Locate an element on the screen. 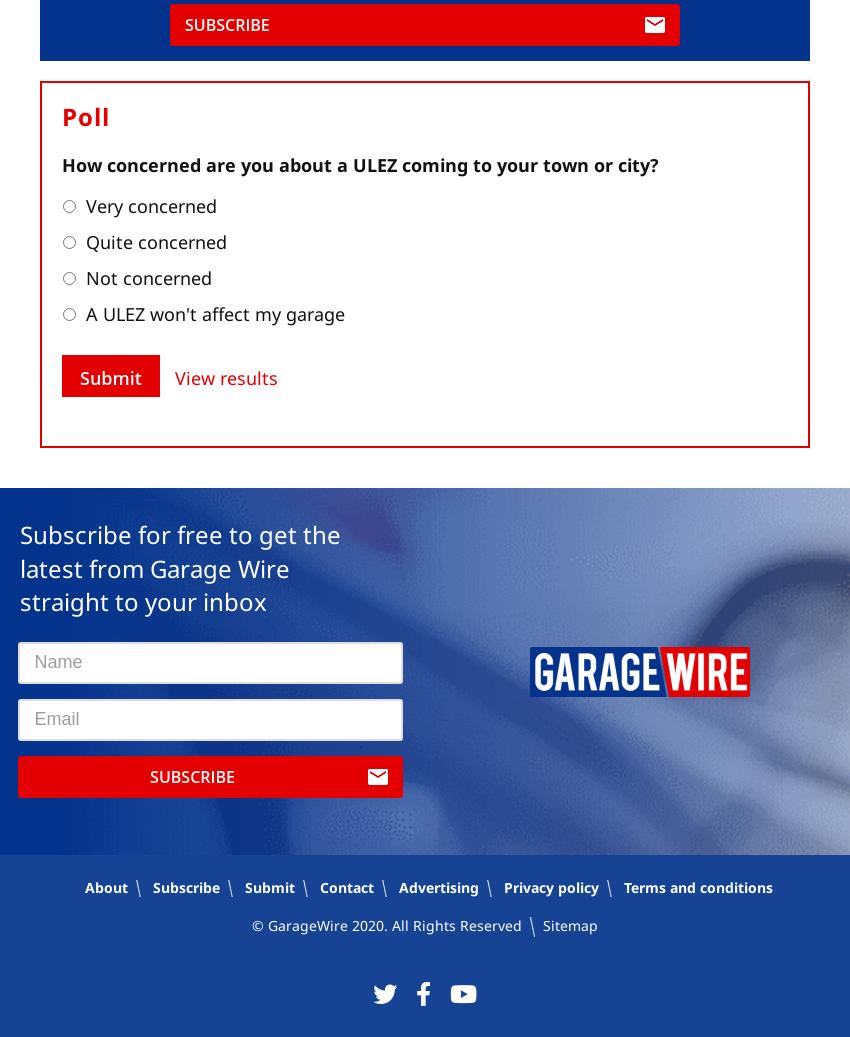 This screenshot has height=1037, width=850. '© GarageWire 2020. All Rights Reserved' is located at coordinates (391, 924).